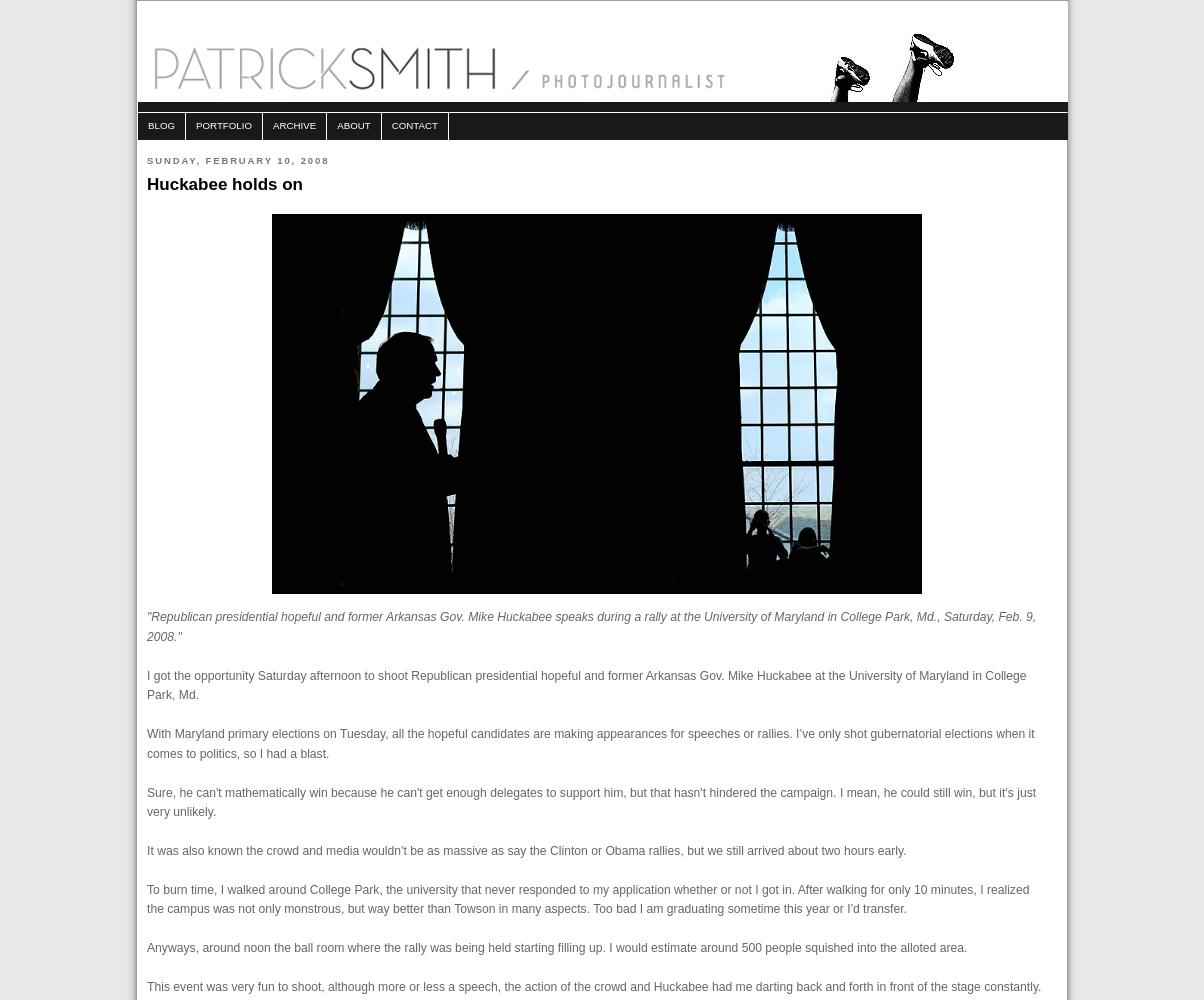  I want to click on 'Anyways, around noon the ball room where the rally was being held starting filling up. I would estimate around 500 people squished into the alloted area.', so click(556, 947).